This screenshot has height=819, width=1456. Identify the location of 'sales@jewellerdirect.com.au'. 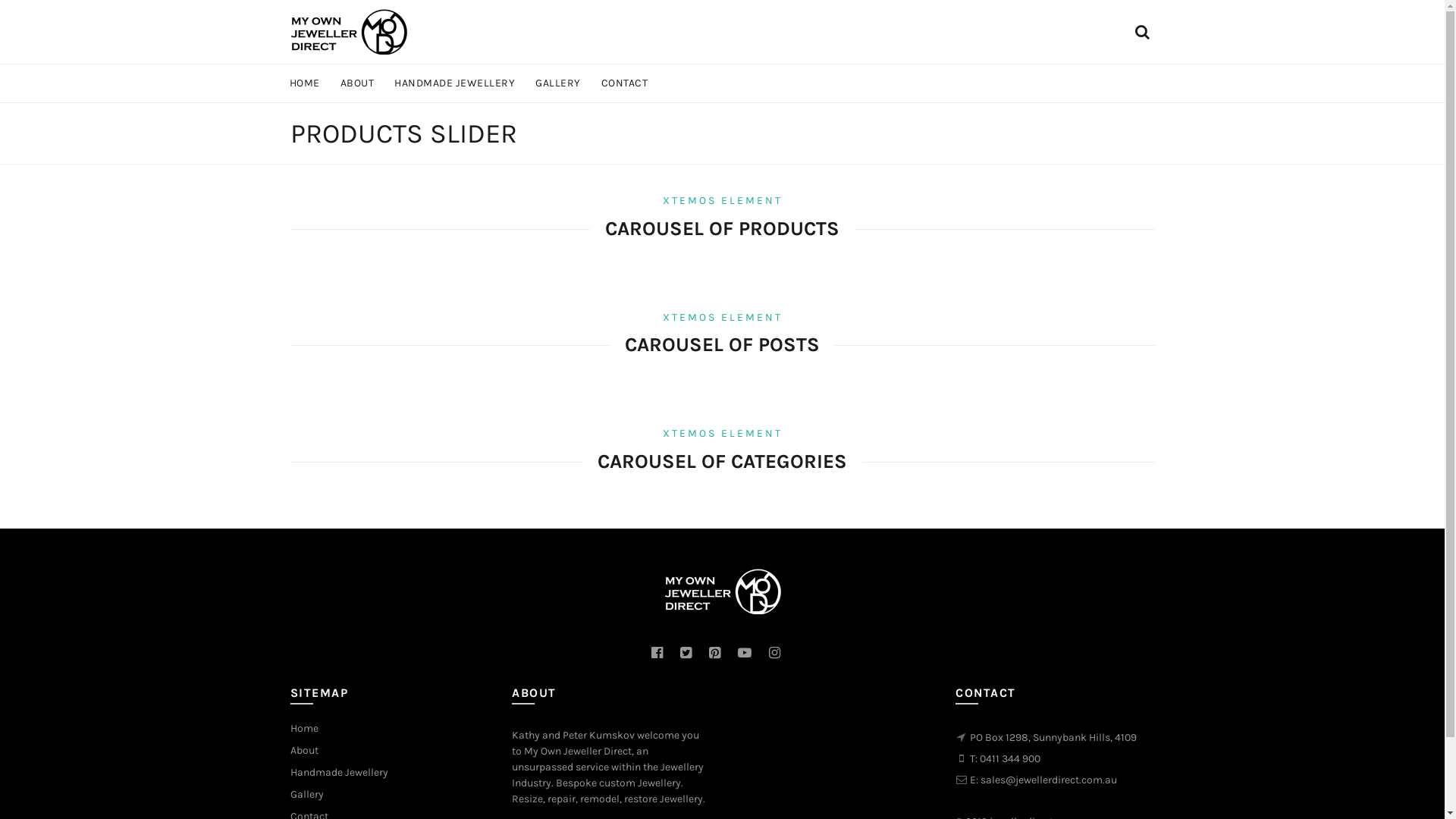
(1047, 780).